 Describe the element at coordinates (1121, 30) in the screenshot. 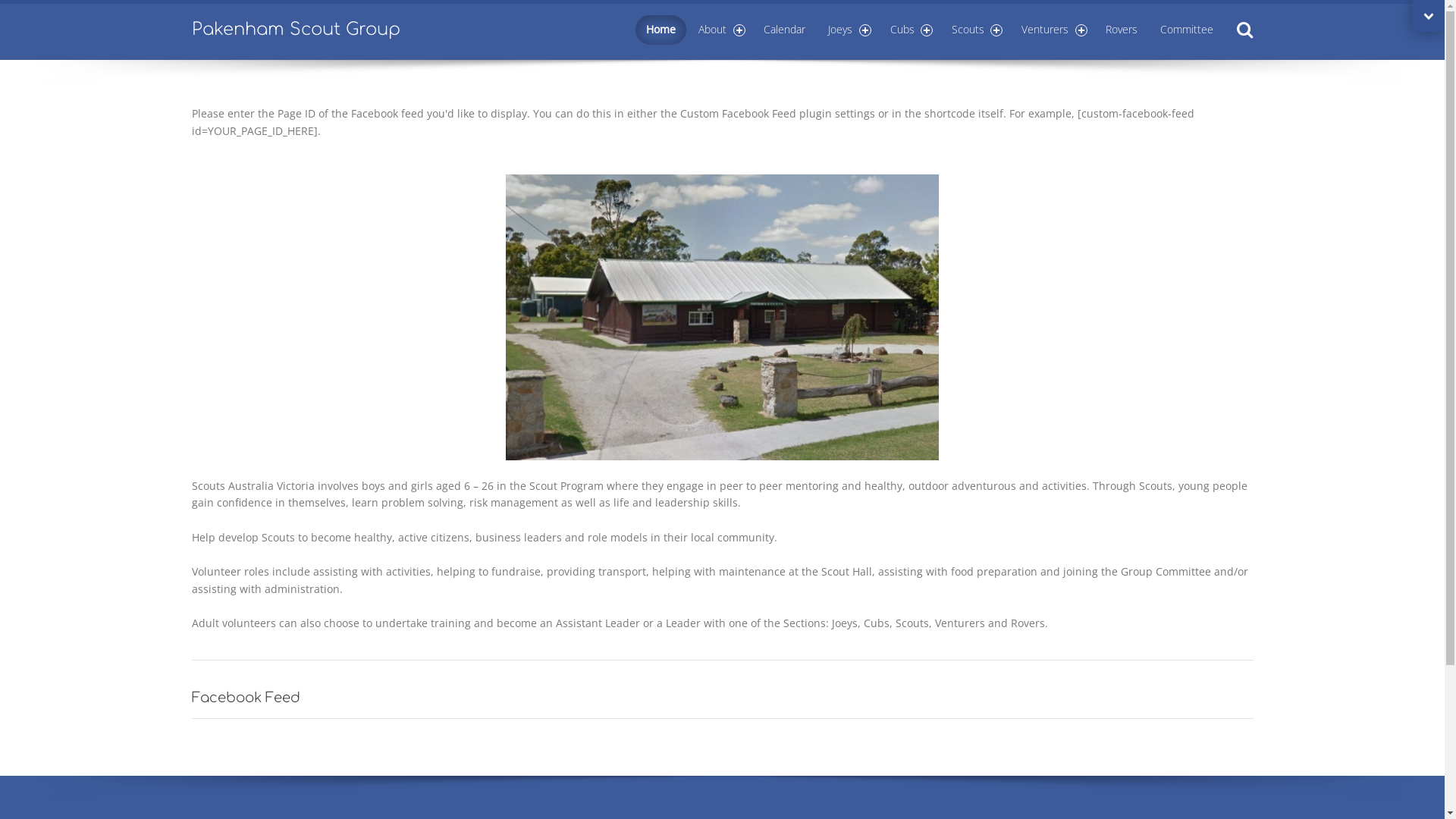

I see `'Rovers'` at that location.